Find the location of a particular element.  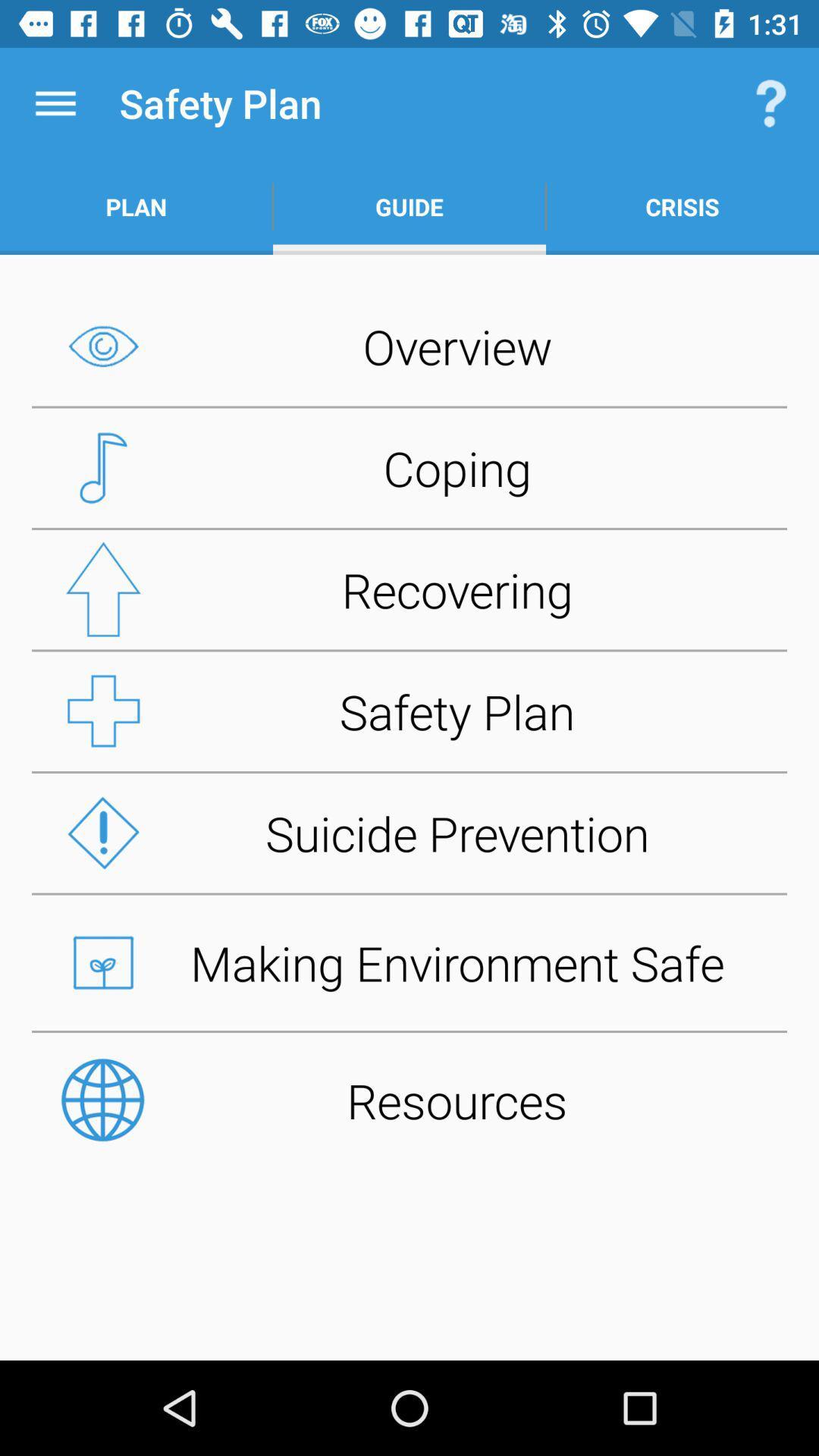

the coping icon is located at coordinates (409, 467).